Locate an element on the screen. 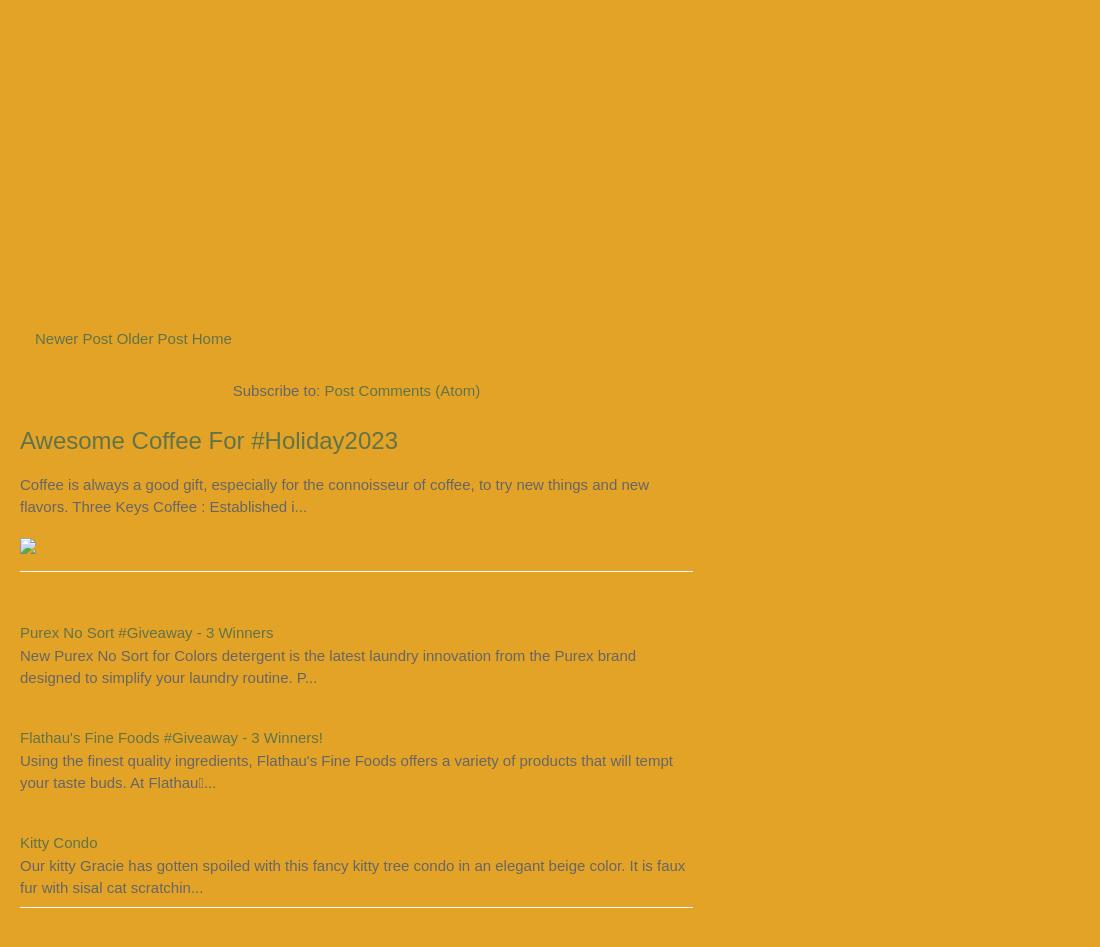  'Home' is located at coordinates (210, 336).